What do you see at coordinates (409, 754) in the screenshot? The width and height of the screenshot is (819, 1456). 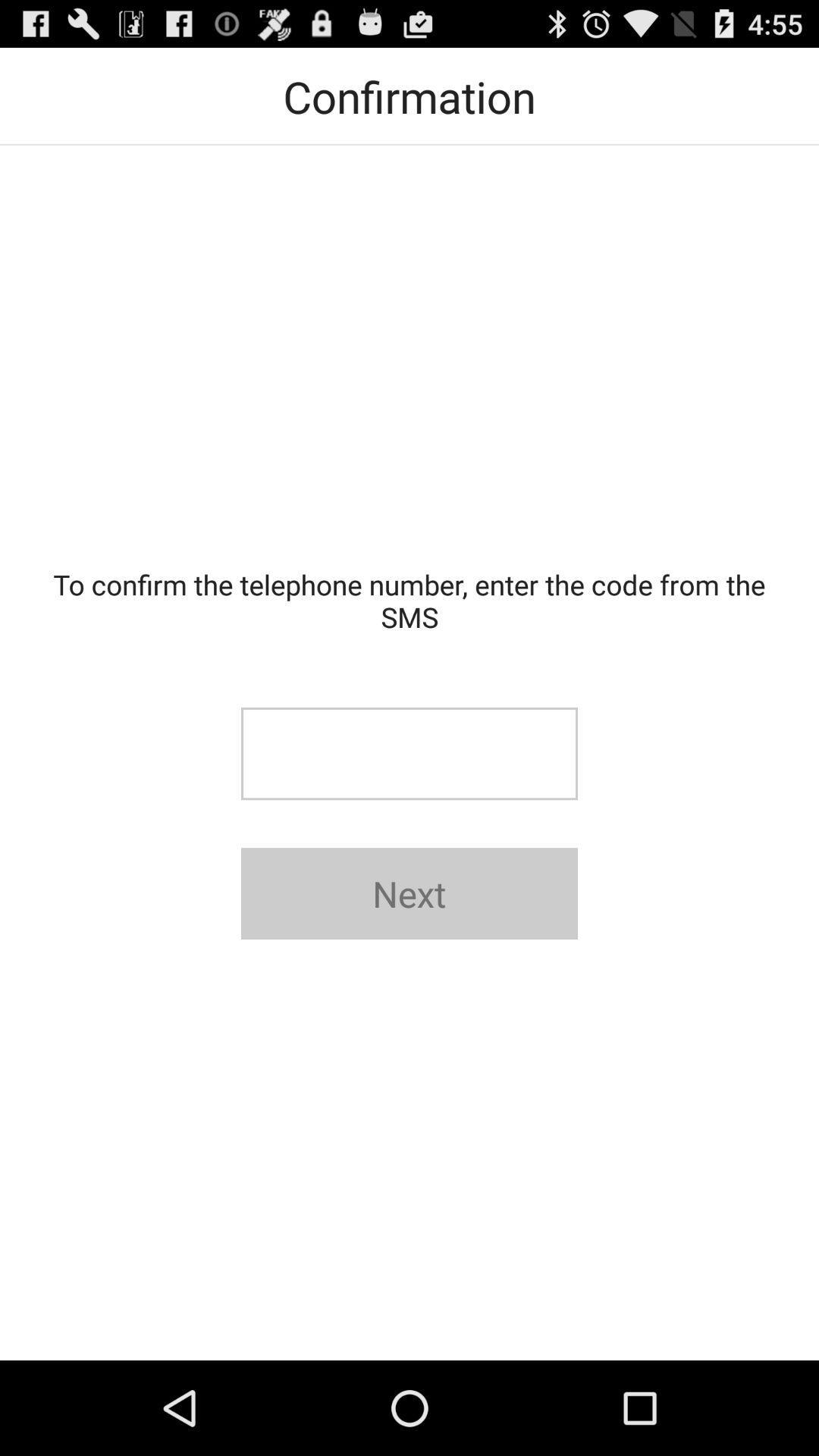 I see `icon below the to confirm the` at bounding box center [409, 754].